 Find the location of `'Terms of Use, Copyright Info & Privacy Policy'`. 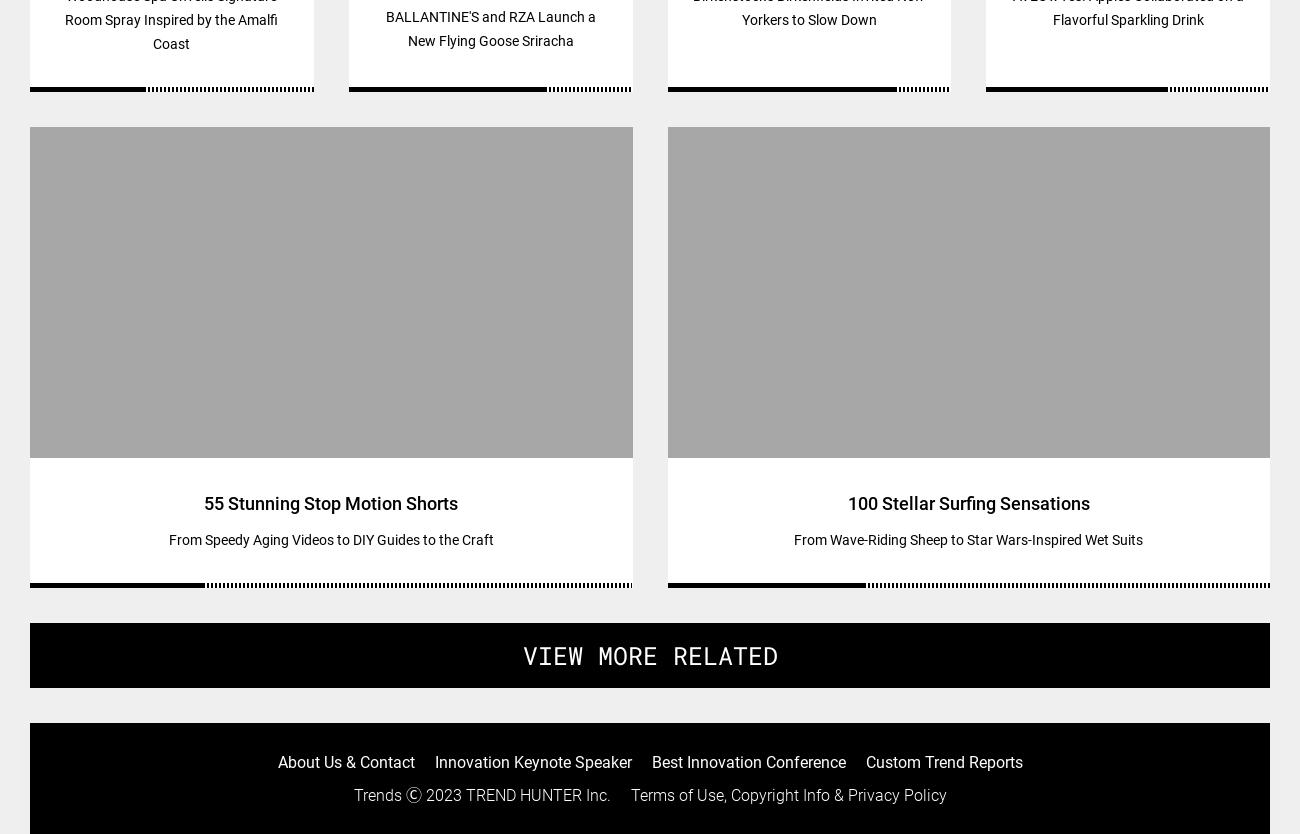

'Terms of Use, Copyright Info & Privacy Policy' is located at coordinates (787, 794).